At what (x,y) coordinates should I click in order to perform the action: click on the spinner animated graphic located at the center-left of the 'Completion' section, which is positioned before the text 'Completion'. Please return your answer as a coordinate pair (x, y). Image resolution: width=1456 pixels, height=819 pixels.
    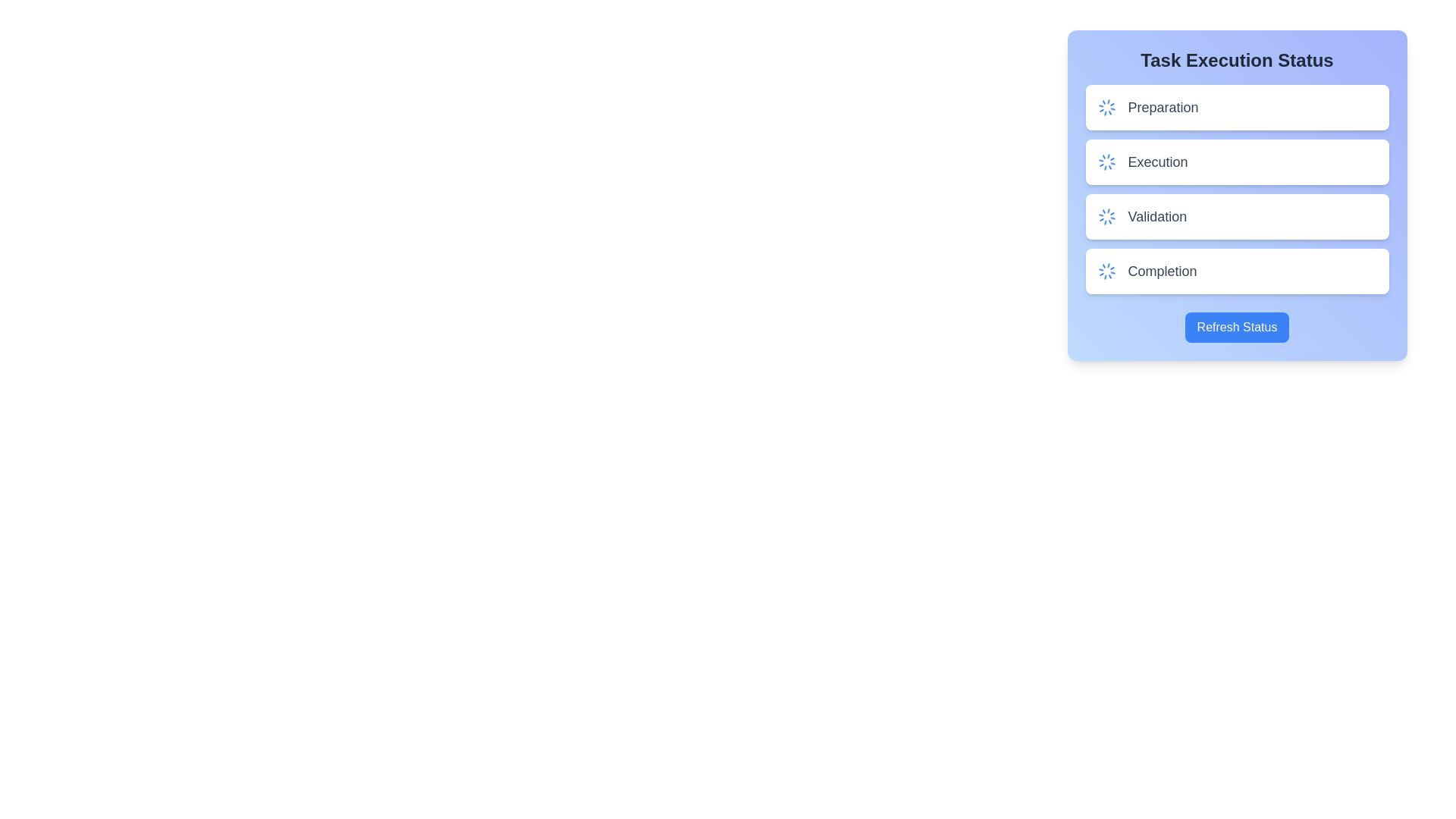
    Looking at the image, I should click on (1106, 271).